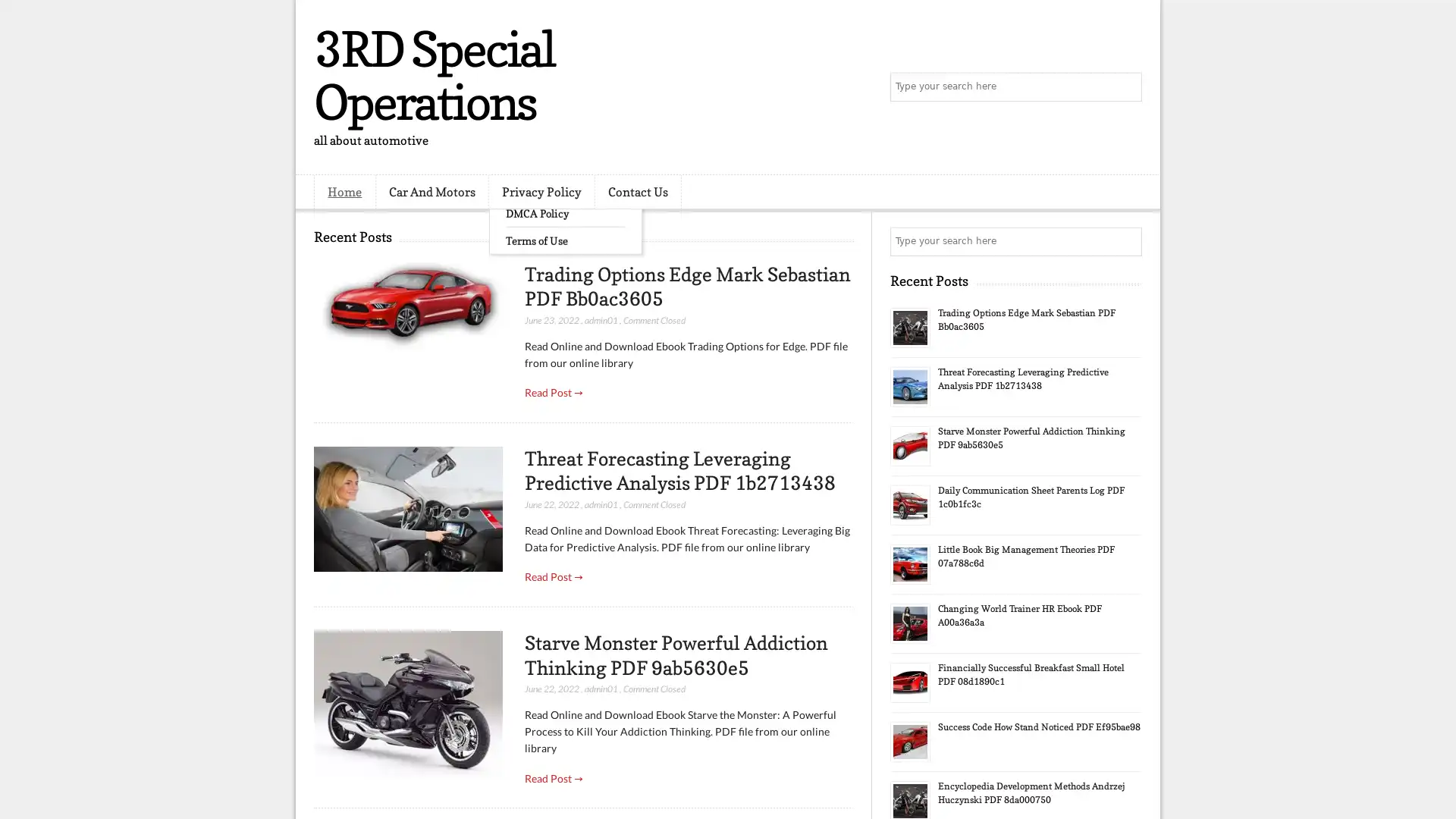  What do you see at coordinates (1126, 87) in the screenshot?
I see `Search` at bounding box center [1126, 87].